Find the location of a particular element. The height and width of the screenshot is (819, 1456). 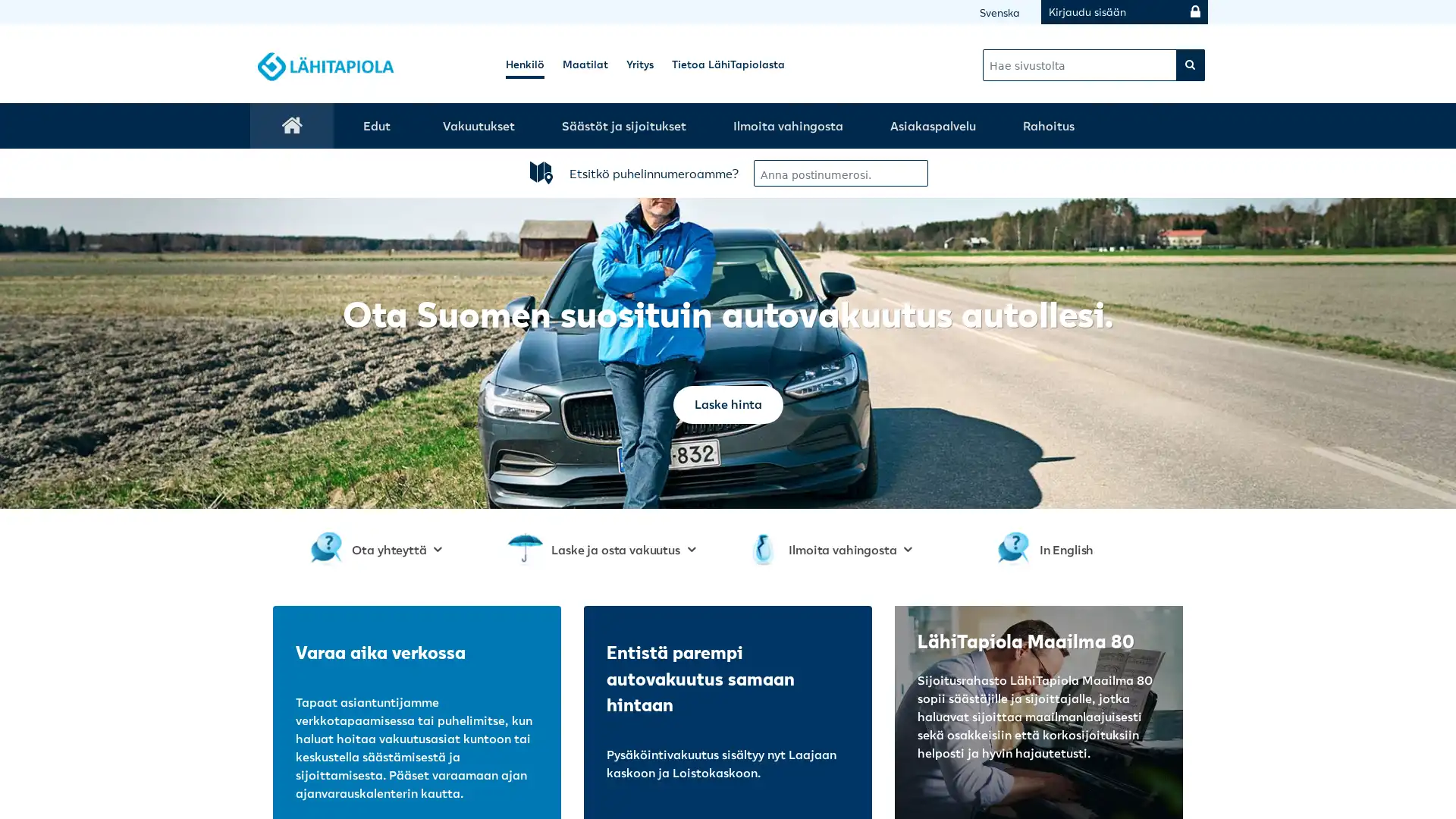

Hyvaksy kaikki evasteet is located at coordinates (844, 277).